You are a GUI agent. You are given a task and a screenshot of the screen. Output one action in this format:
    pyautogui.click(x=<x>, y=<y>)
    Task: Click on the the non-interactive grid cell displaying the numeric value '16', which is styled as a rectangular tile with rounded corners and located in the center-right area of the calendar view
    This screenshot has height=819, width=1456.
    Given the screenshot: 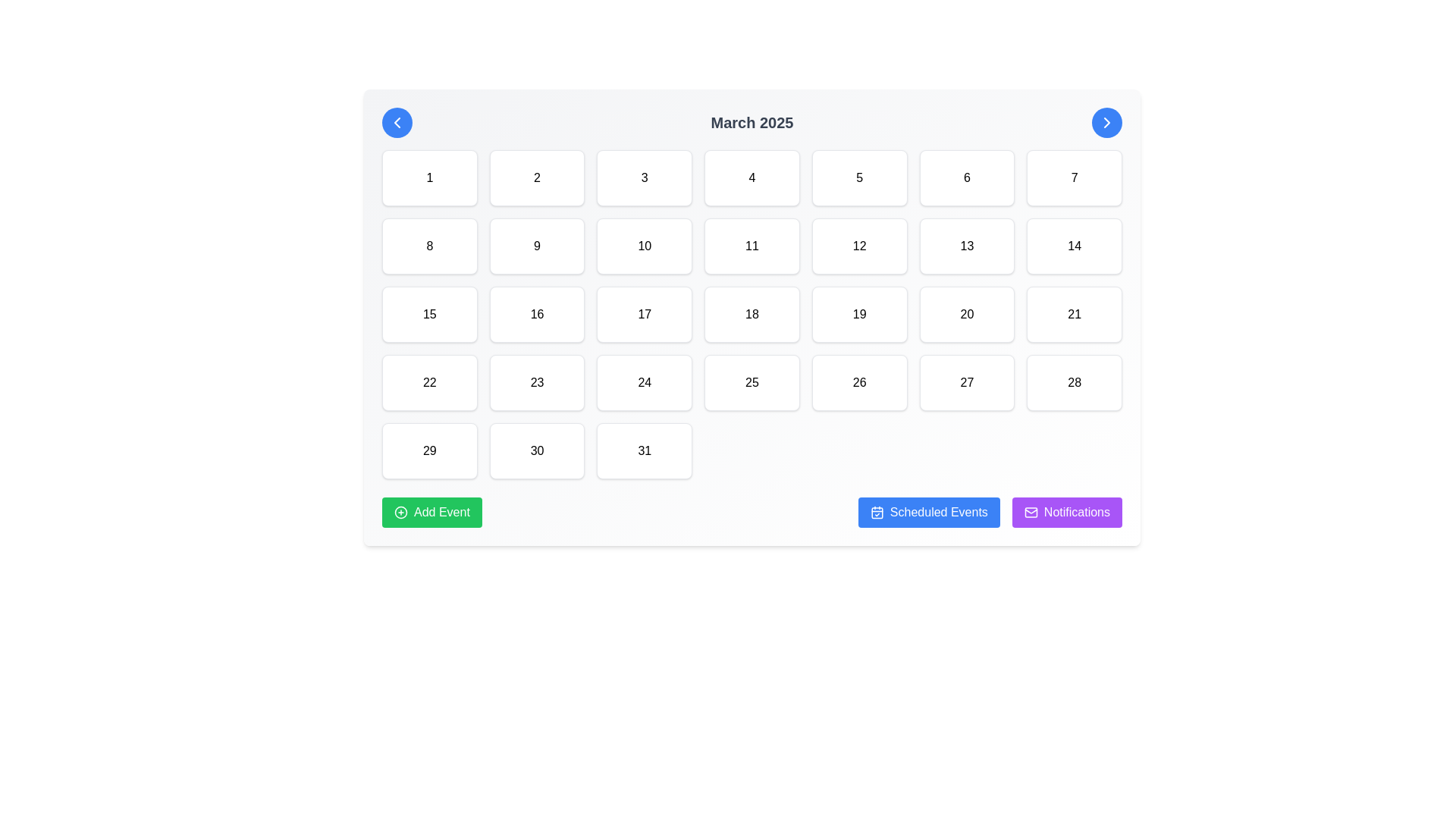 What is the action you would take?
    pyautogui.click(x=537, y=314)
    